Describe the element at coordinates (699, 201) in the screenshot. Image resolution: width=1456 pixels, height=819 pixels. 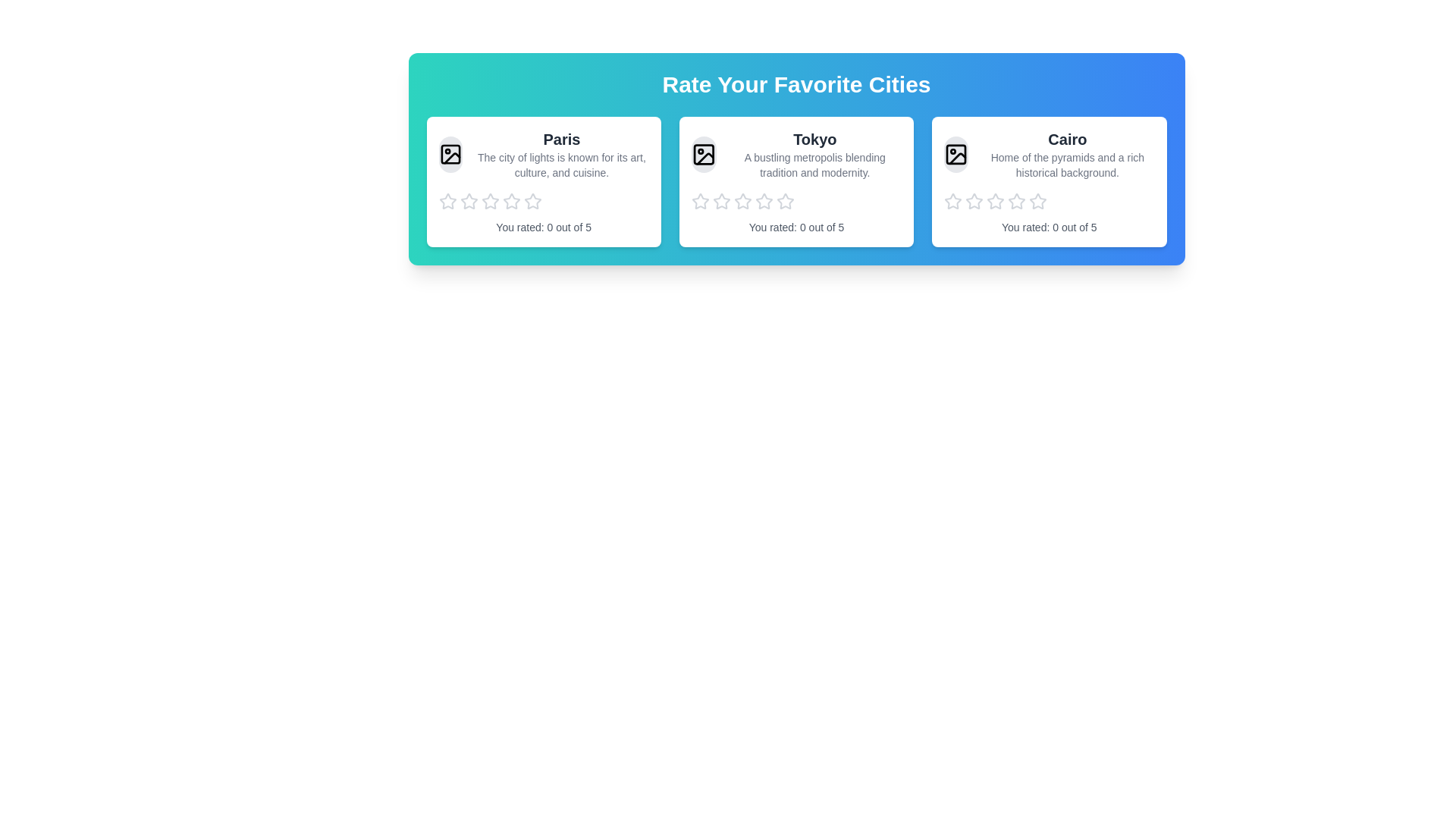
I see `the first star icon in the row of five rating stars to assign a one-star rating for Tokyo` at that location.